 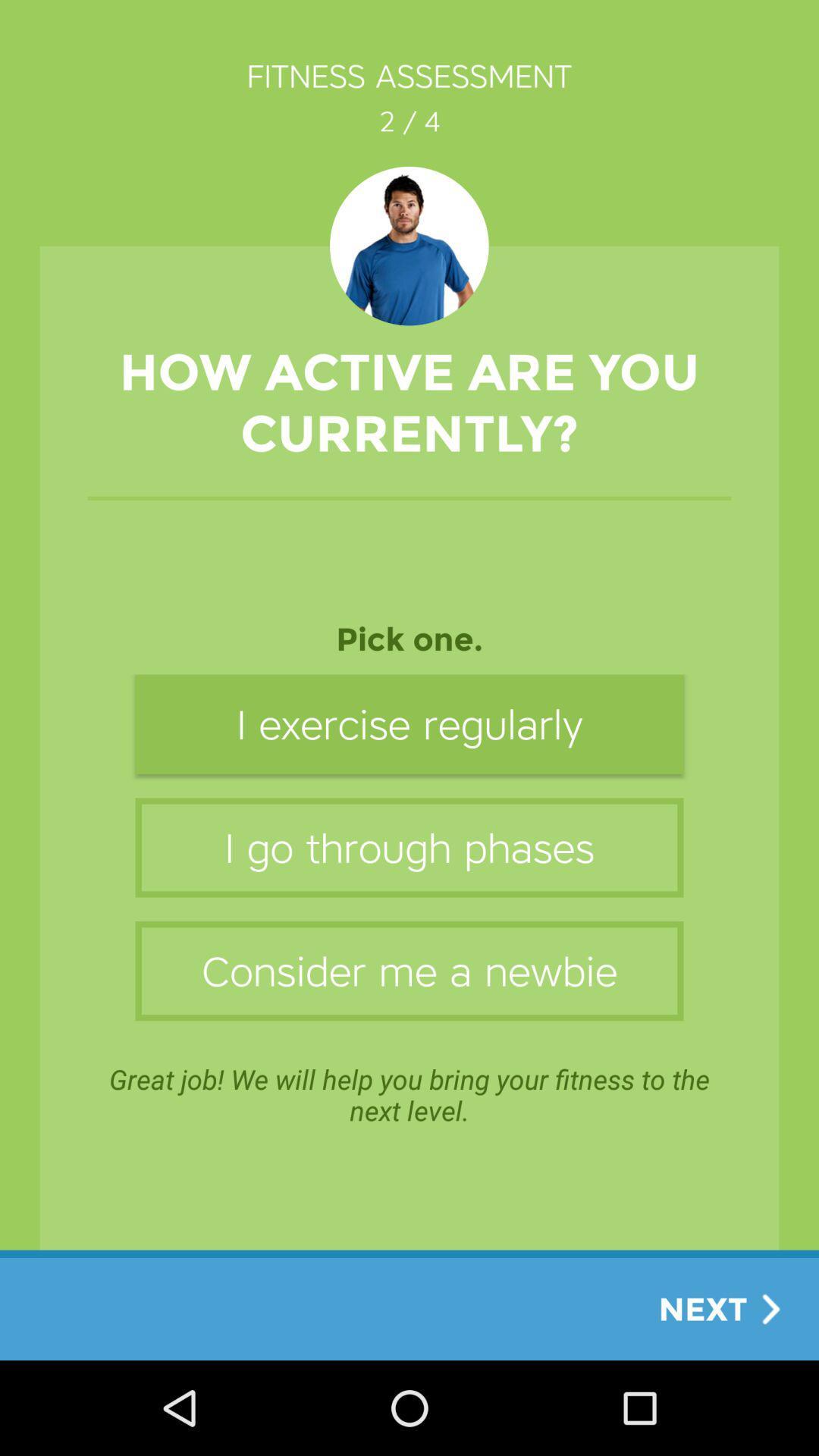 I want to click on the item above consider me a item, so click(x=409, y=846).